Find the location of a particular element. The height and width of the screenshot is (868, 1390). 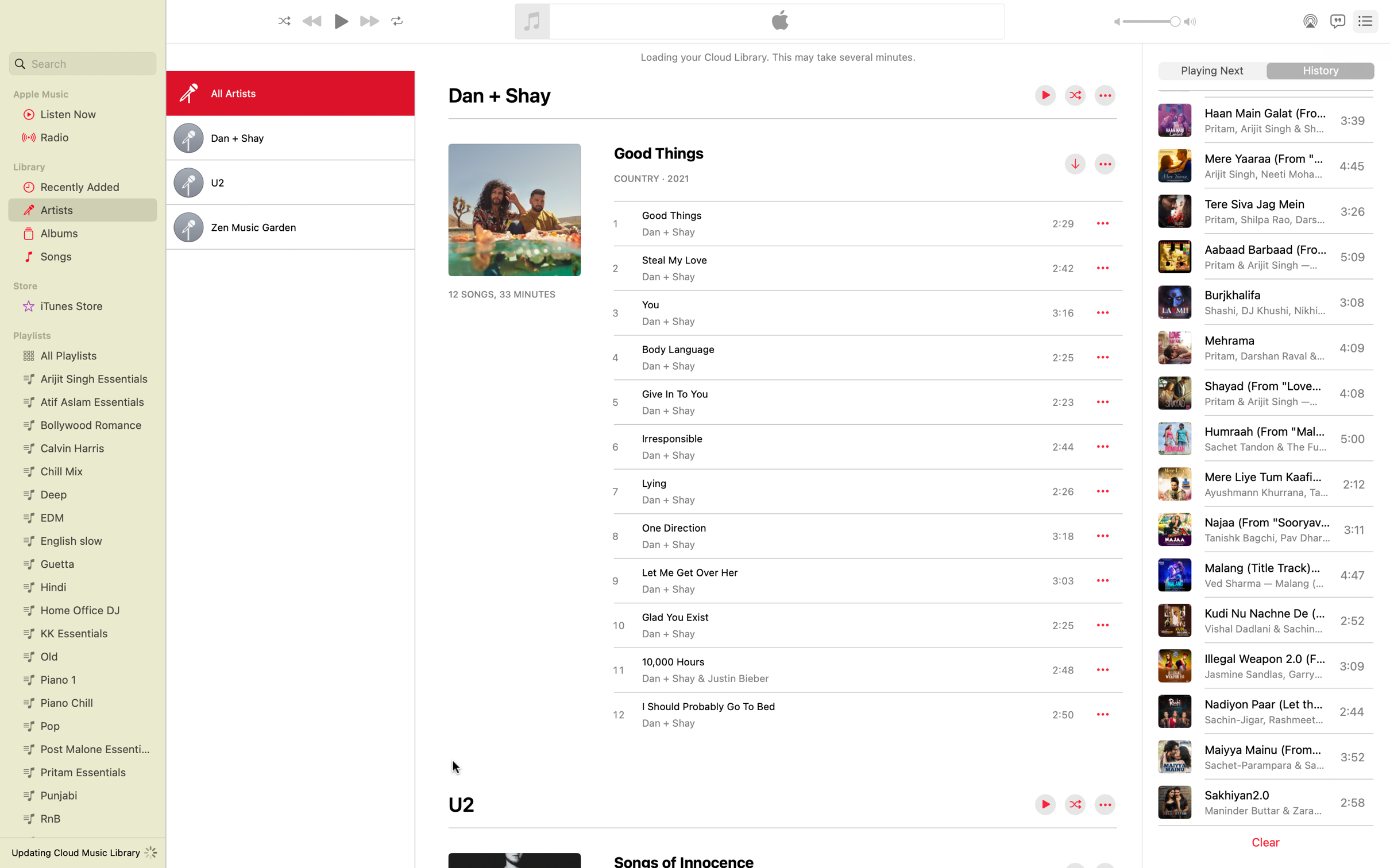

Using the additional features button, set the "1000 hours" song to play subsequently is located at coordinates (1102, 669).